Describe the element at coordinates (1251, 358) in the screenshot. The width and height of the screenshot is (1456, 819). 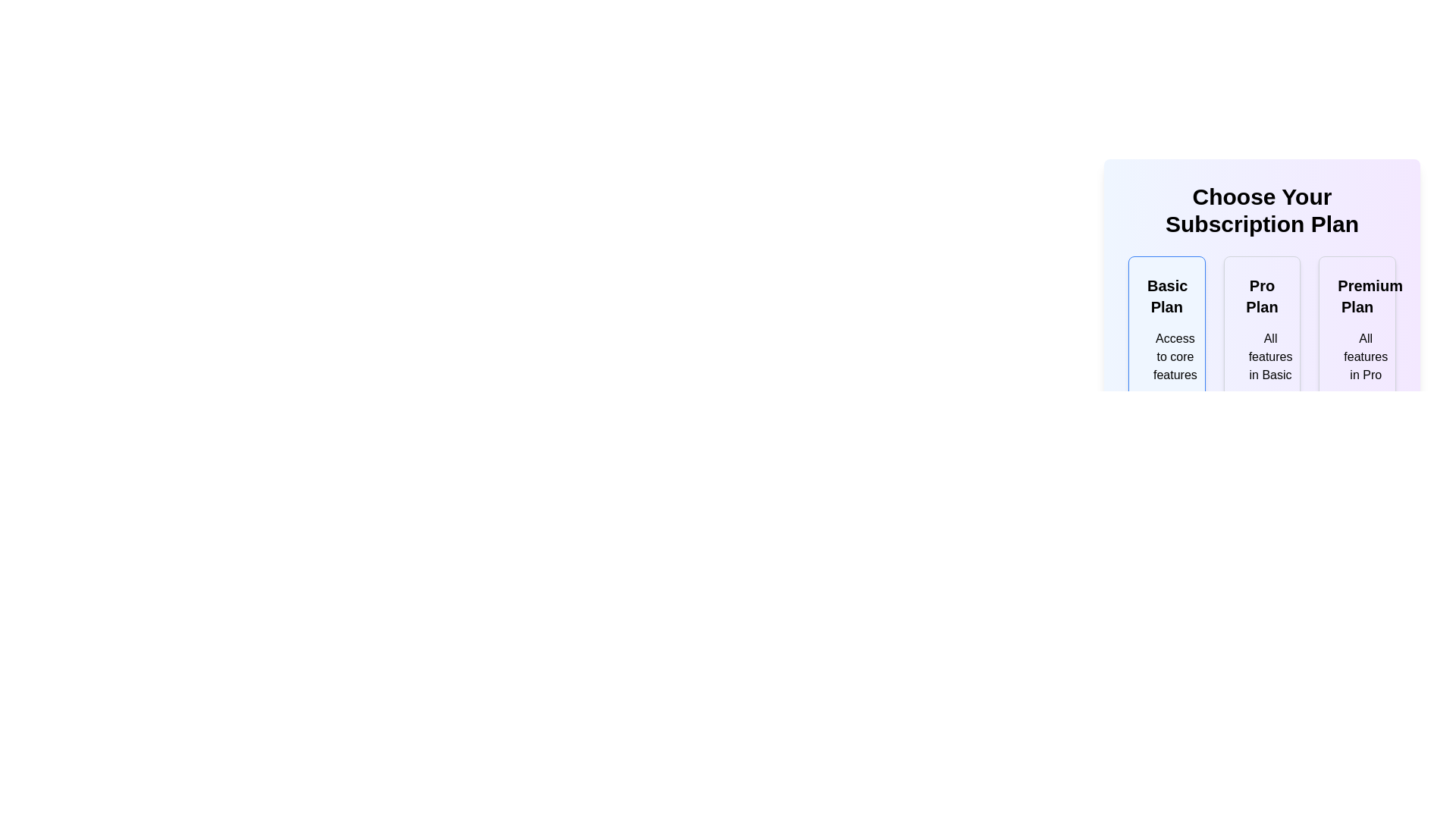
I see `the green checkmark icon located in the 'Pro Plan' subscription card` at that location.